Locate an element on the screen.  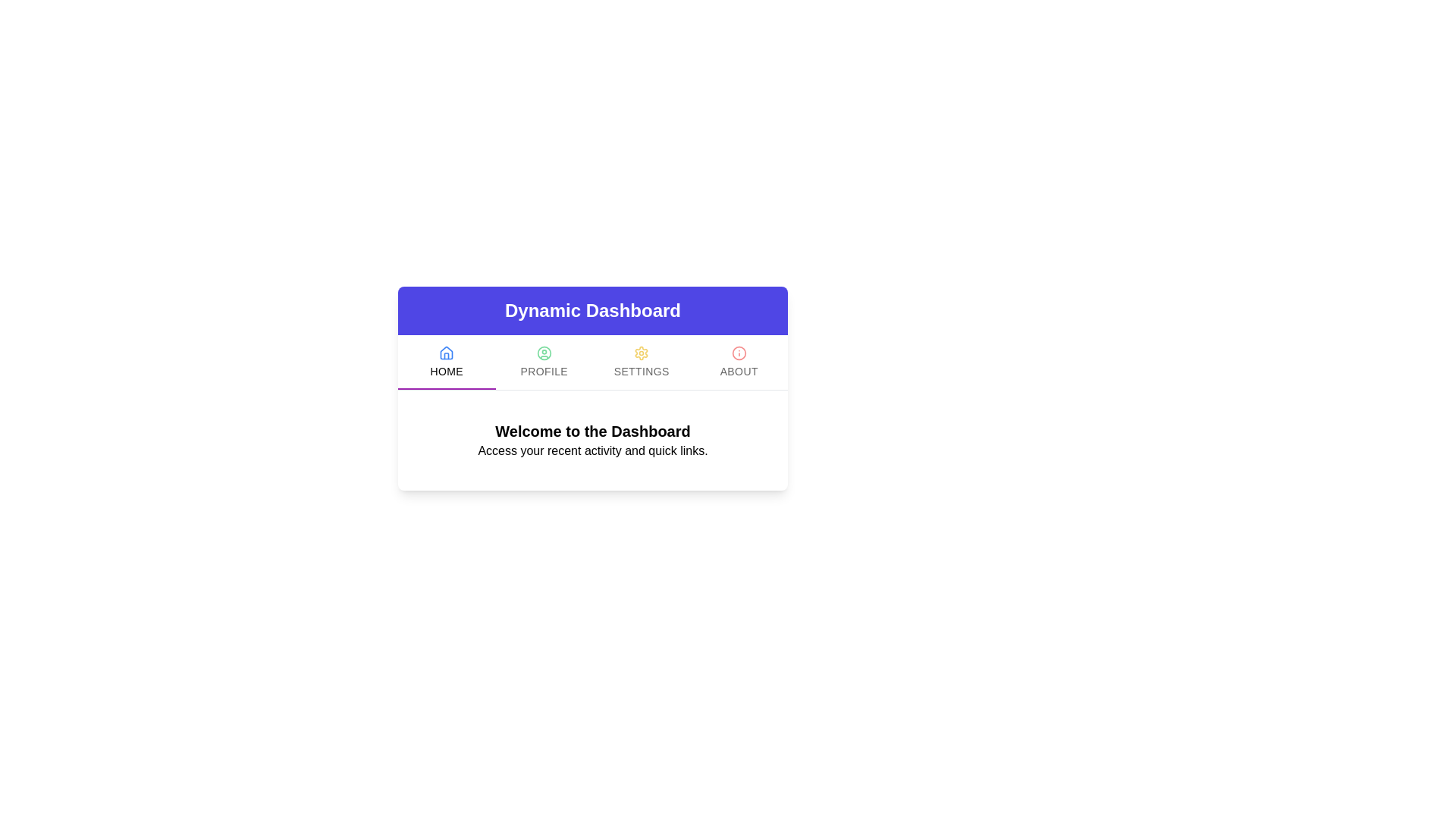
the settings icon located in the navigation bar is located at coordinates (642, 353).